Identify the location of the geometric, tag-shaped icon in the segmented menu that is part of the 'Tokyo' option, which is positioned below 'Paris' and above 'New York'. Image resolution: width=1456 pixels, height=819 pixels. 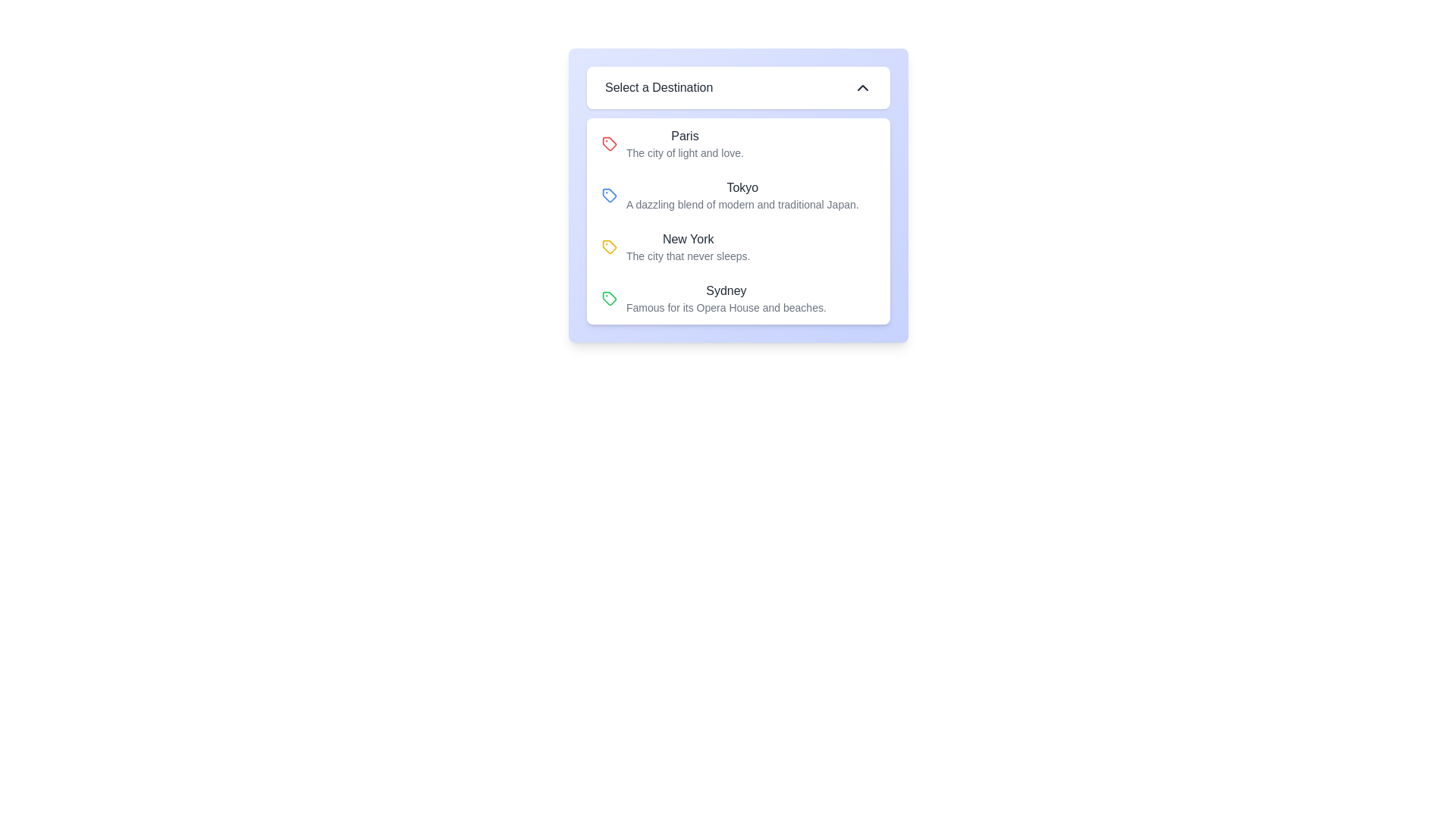
(610, 195).